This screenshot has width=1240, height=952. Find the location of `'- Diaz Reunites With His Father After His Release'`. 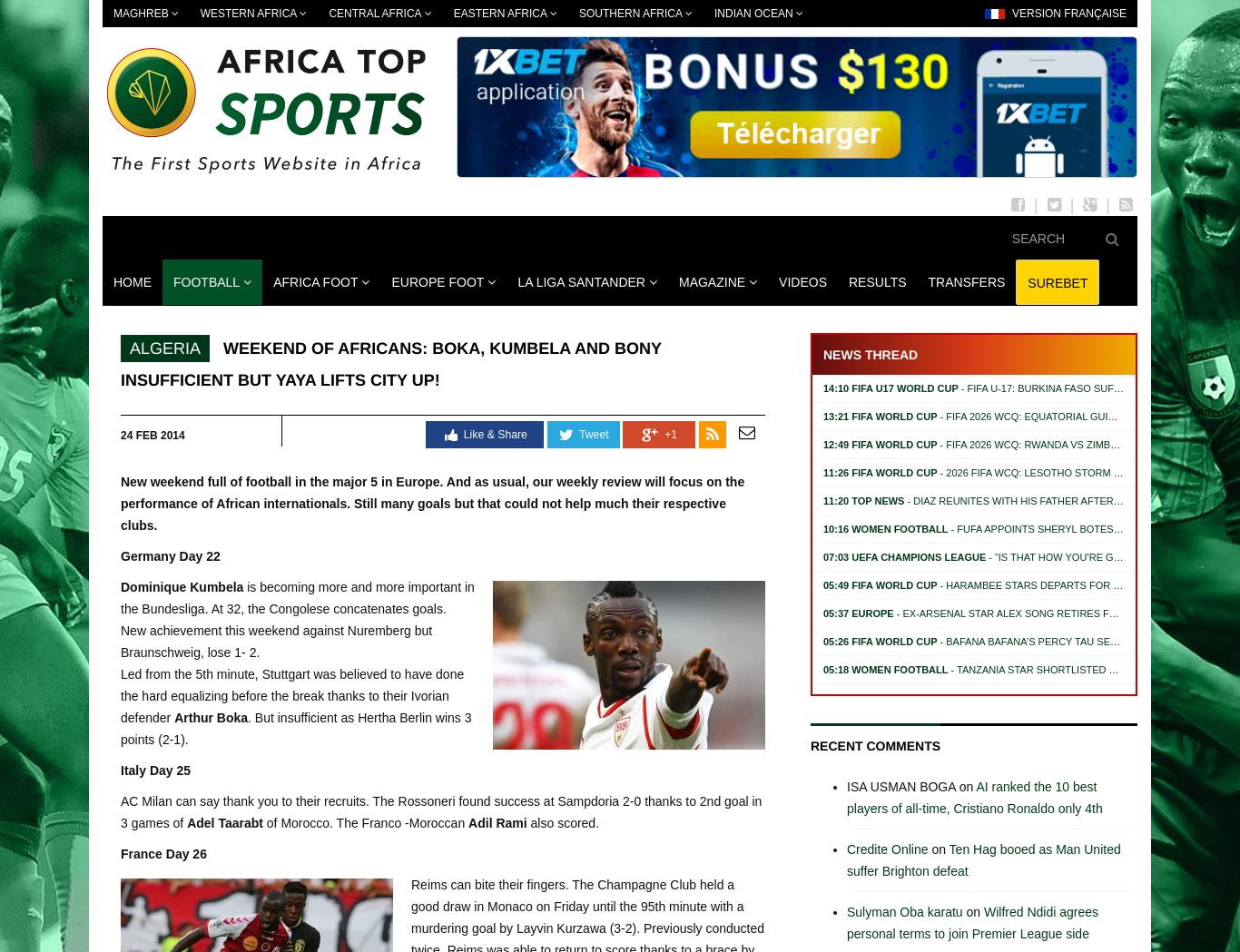

'- Diaz Reunites With His Father After His Release' is located at coordinates (1042, 500).